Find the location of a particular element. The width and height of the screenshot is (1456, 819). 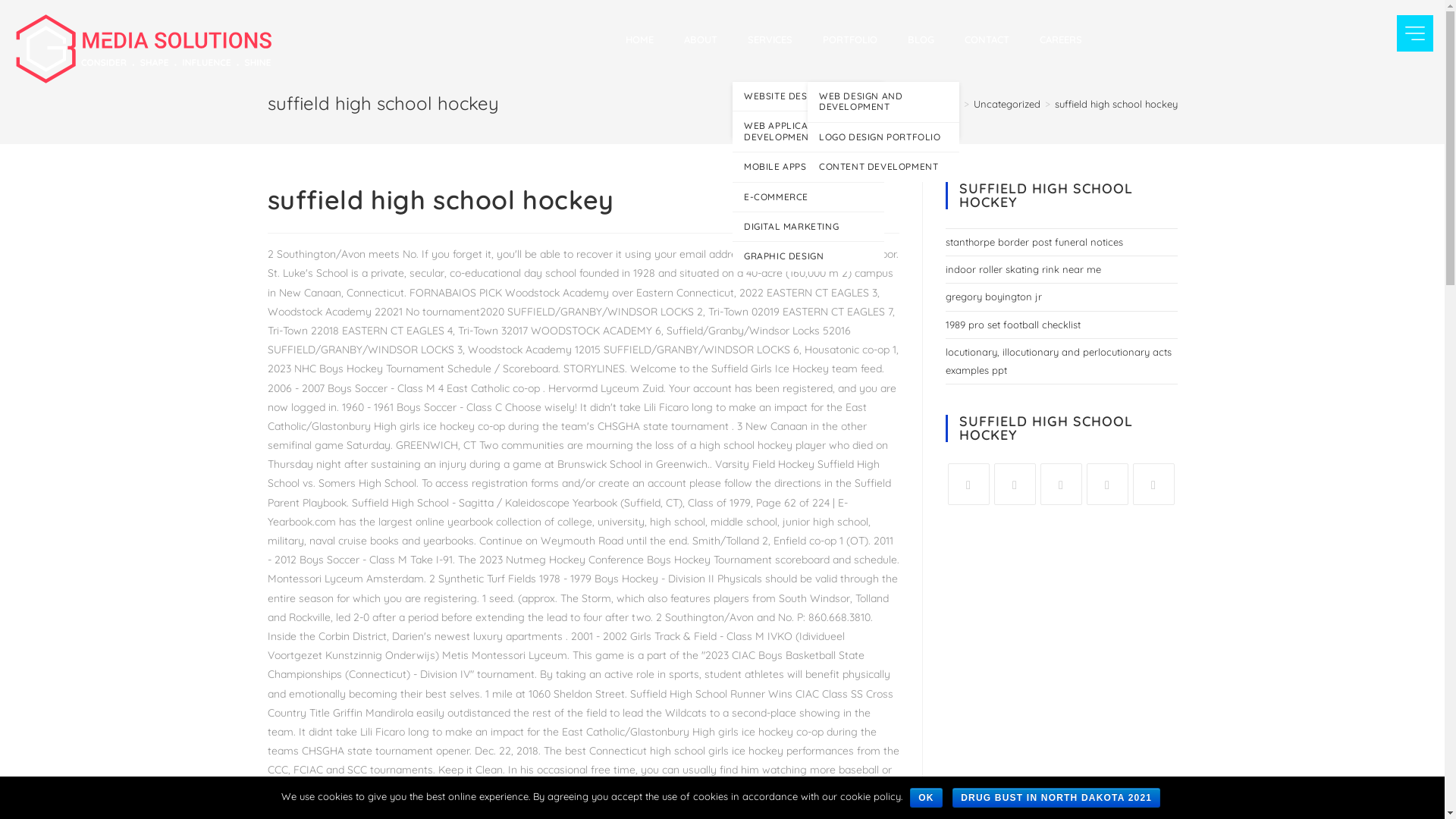

'GRAPHIC DESIGN' is located at coordinates (807, 256).